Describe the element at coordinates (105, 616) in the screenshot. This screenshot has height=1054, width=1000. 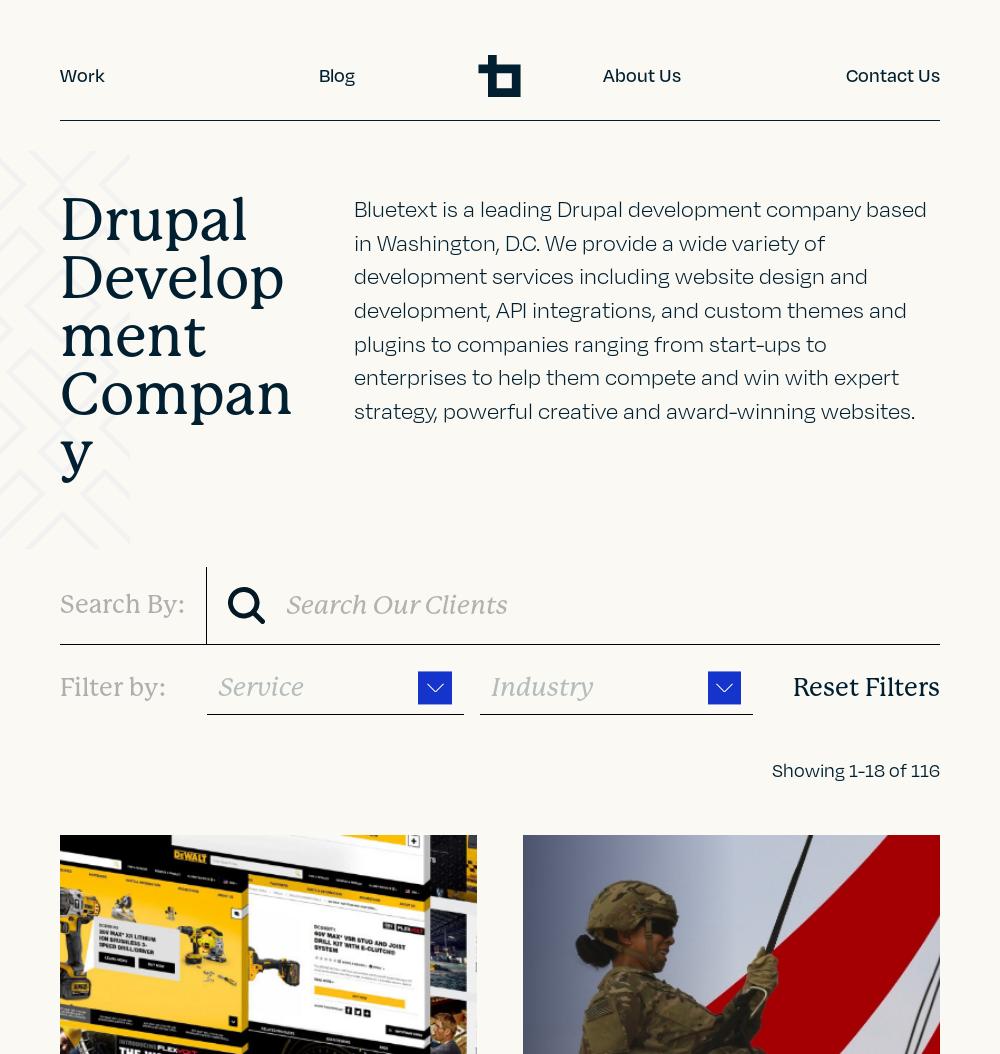
I see `'Naming'` at that location.